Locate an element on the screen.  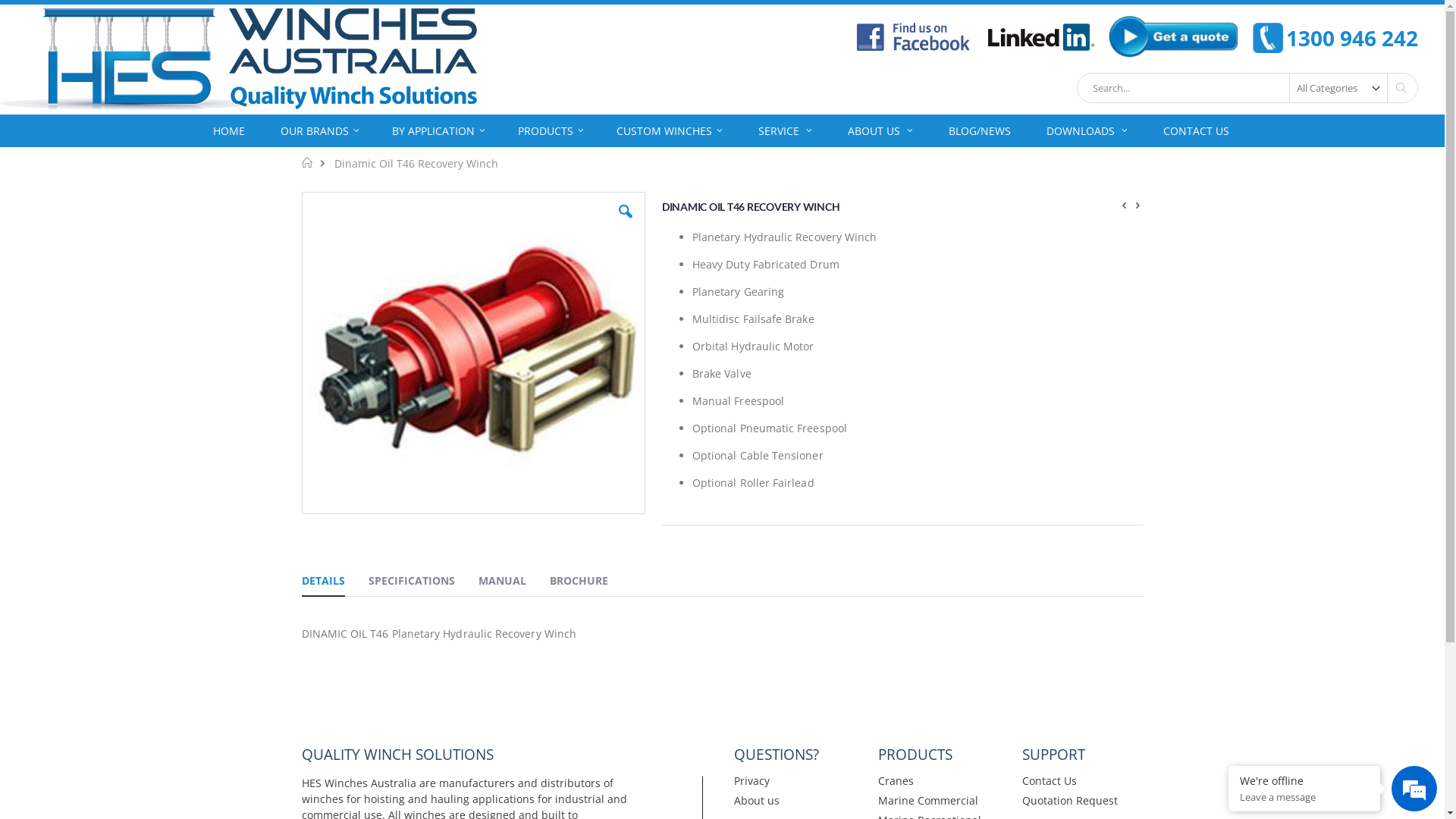
'CUSTOM WINCHES' is located at coordinates (669, 130).